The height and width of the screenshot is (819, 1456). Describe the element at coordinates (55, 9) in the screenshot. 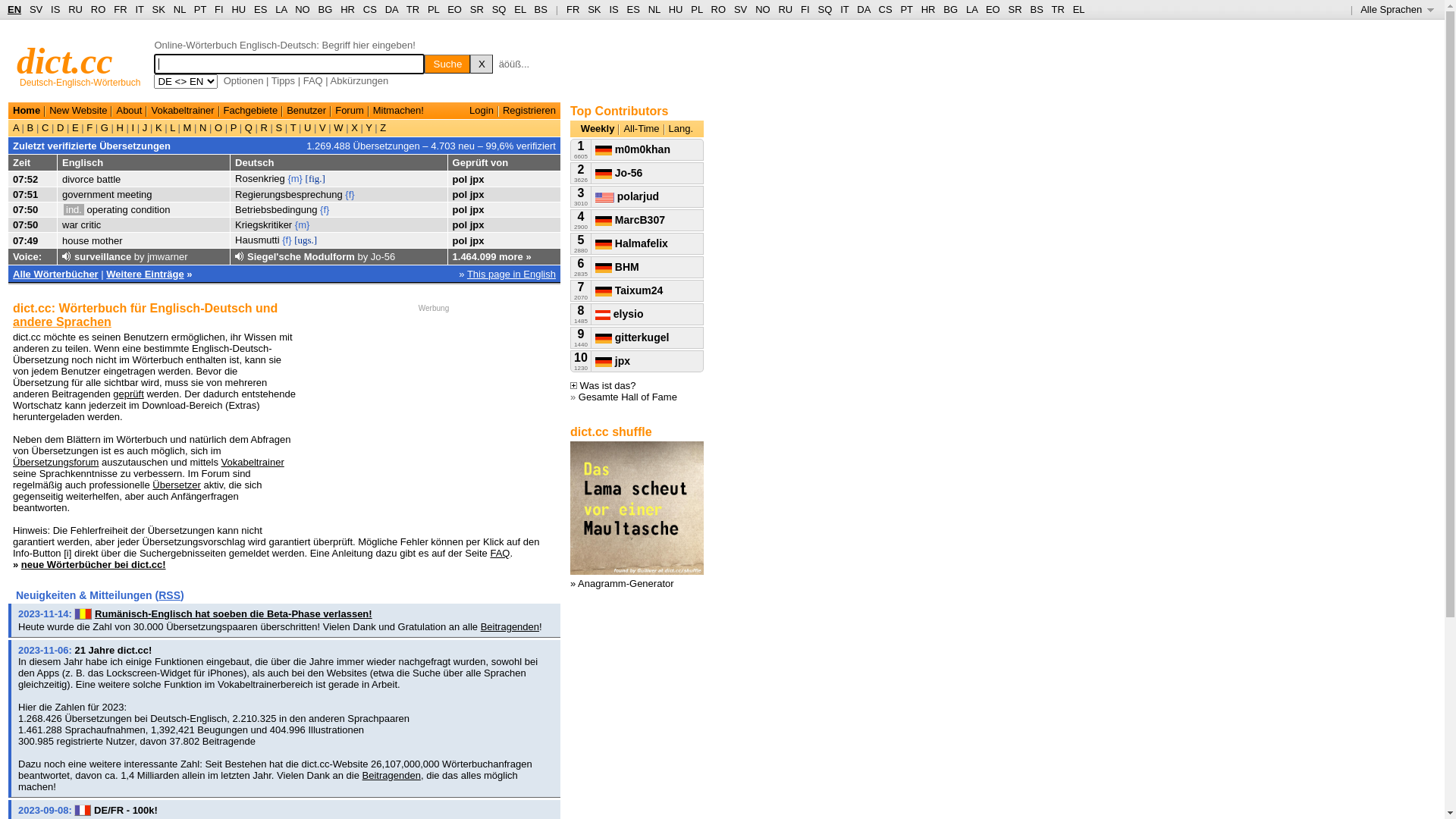

I see `'IS'` at that location.